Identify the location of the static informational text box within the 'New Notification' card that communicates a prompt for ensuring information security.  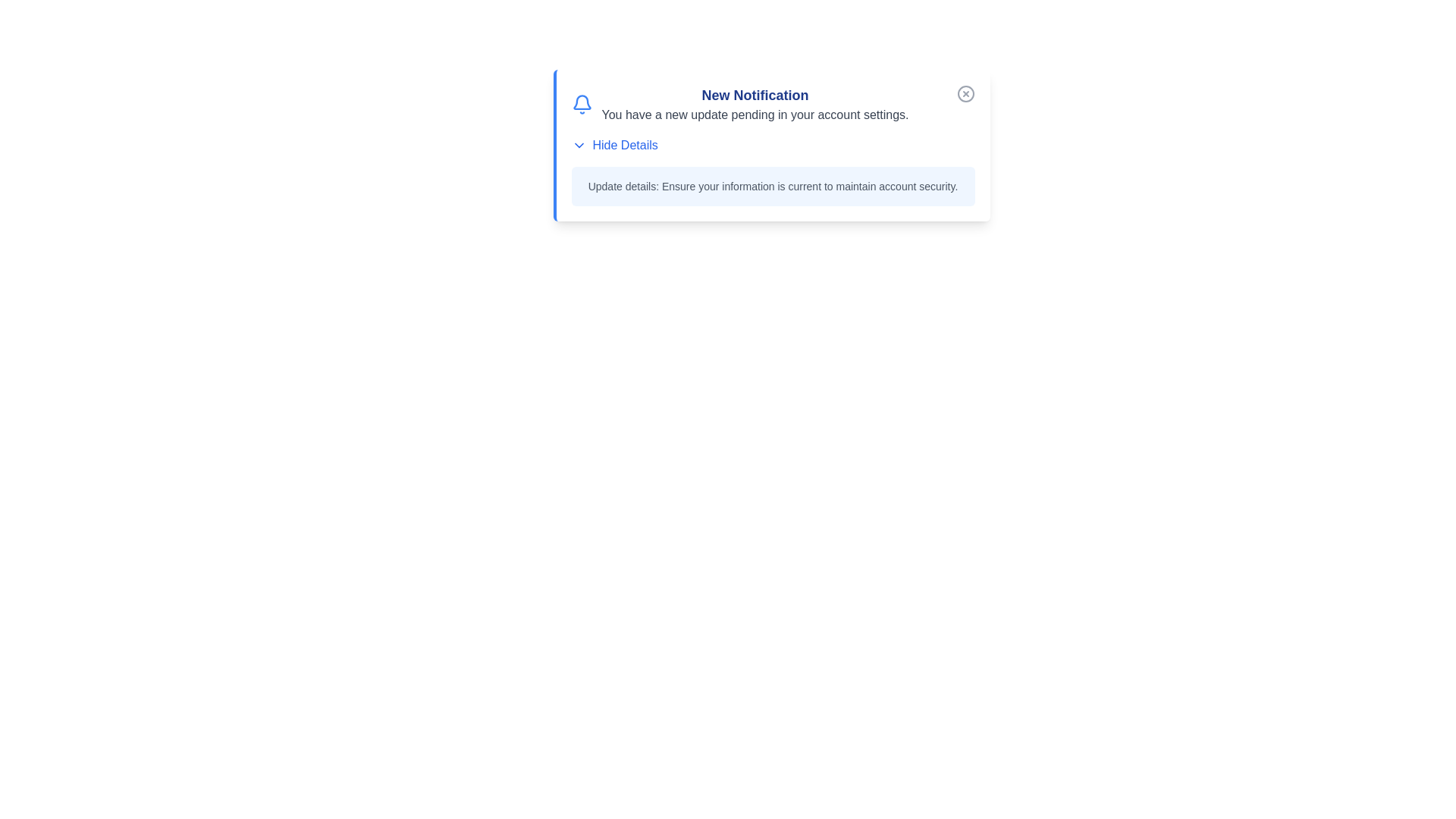
(773, 186).